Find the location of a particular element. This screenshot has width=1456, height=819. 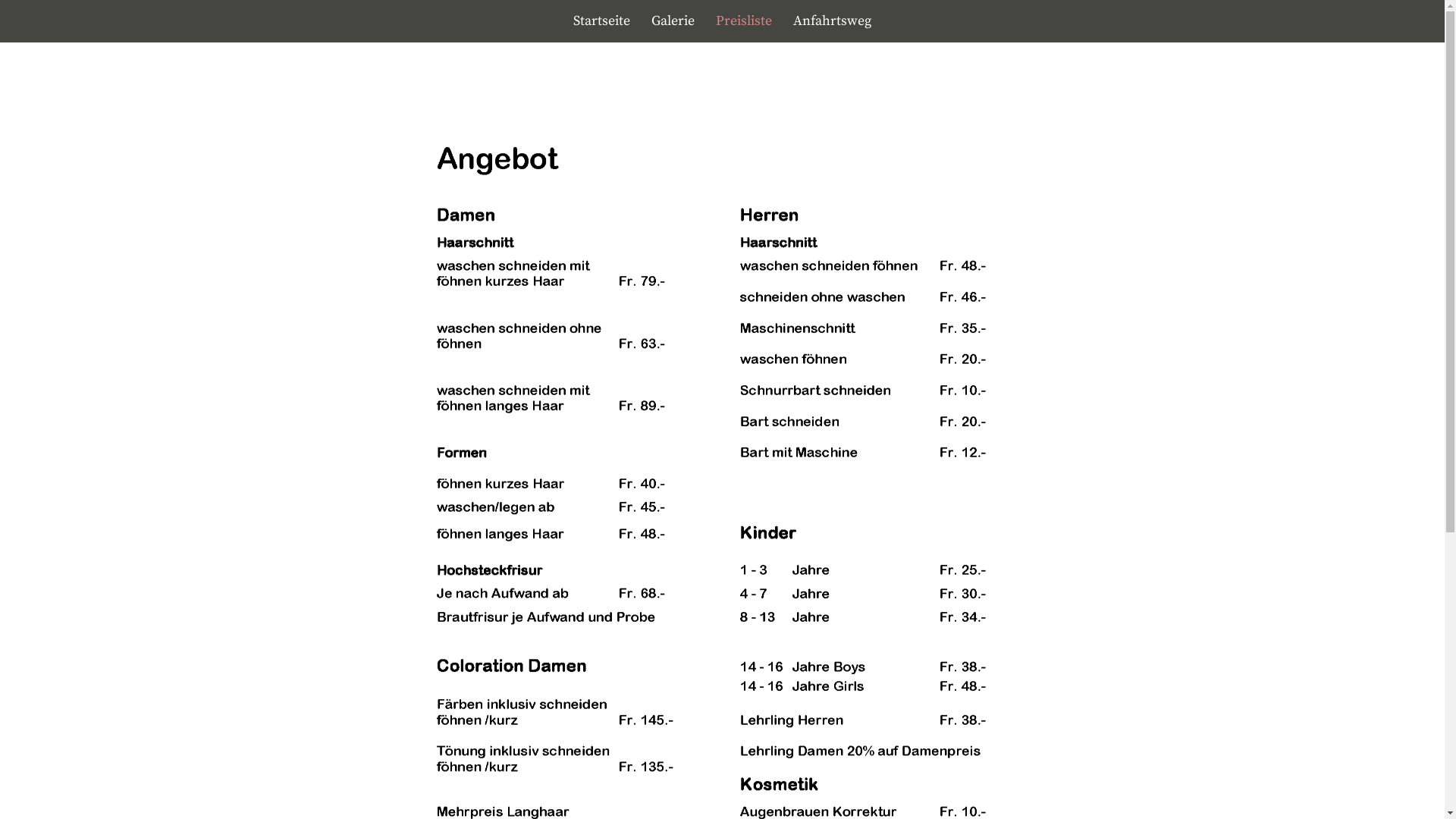

'Galerie' is located at coordinates (672, 20).